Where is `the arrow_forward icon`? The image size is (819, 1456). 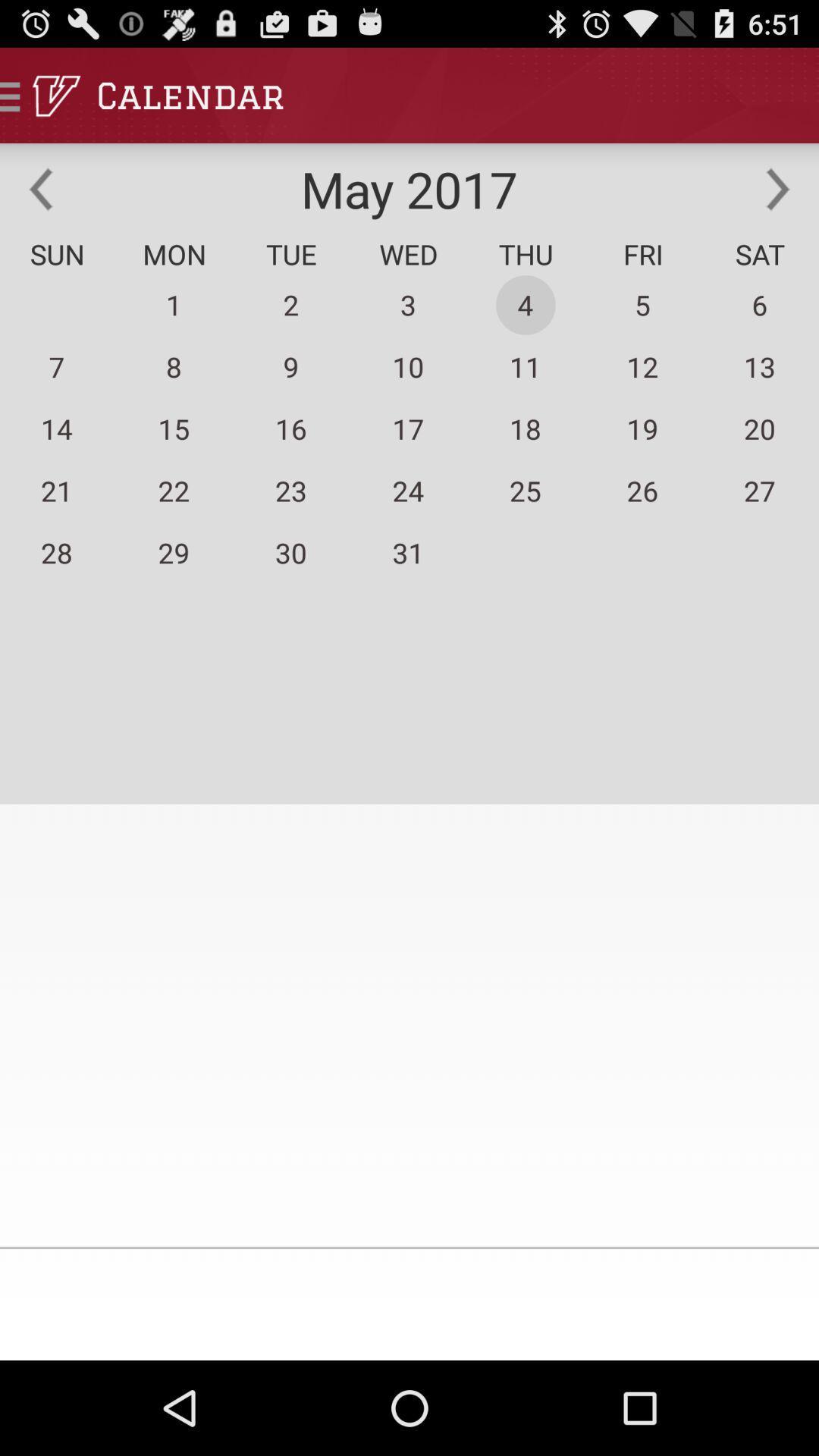 the arrow_forward icon is located at coordinates (778, 202).